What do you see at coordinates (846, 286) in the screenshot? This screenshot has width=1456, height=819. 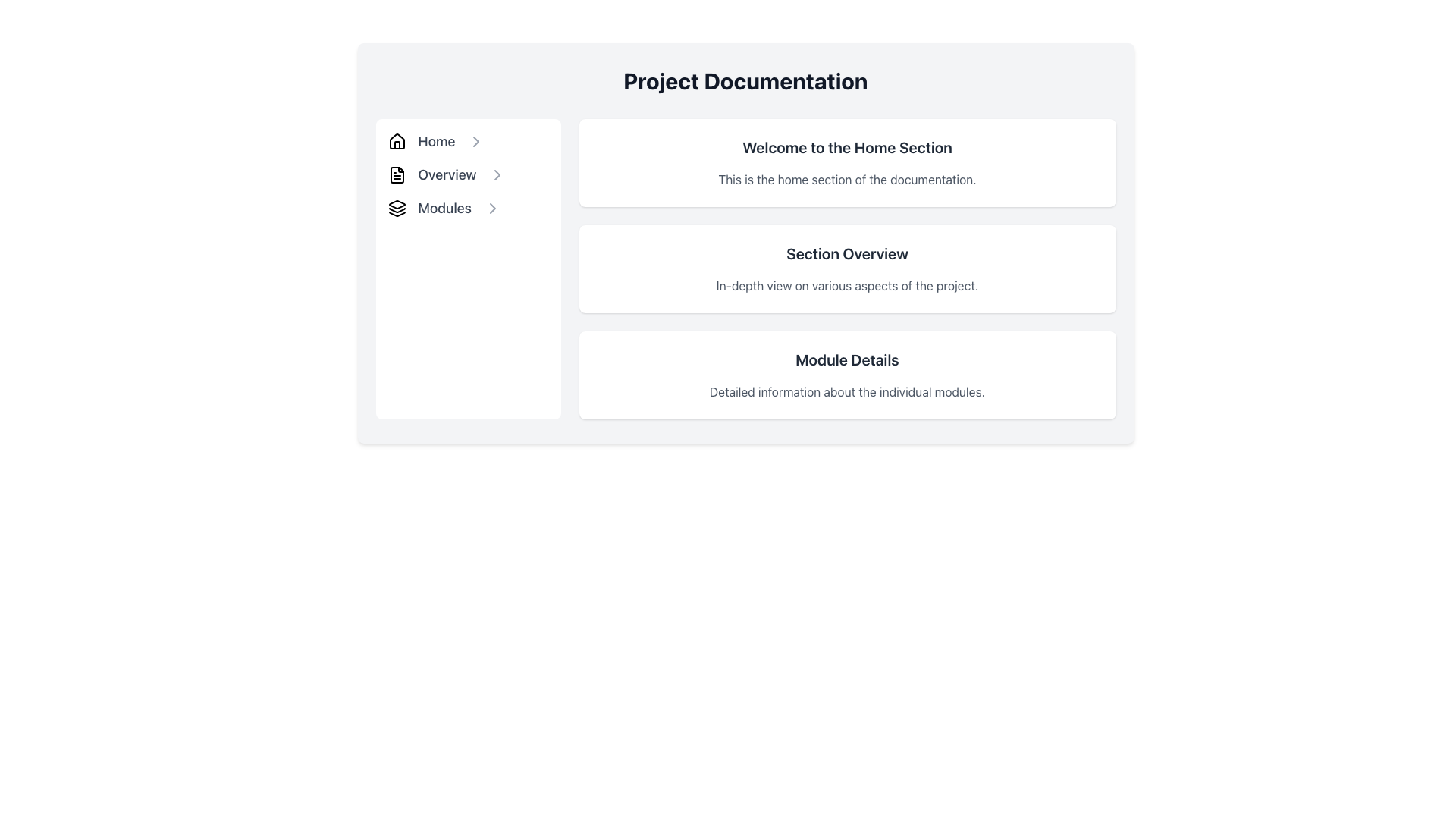 I see `the text label that reads 'In-depth view on various aspects of the project.' located below the header 'Section Overview.'` at bounding box center [846, 286].